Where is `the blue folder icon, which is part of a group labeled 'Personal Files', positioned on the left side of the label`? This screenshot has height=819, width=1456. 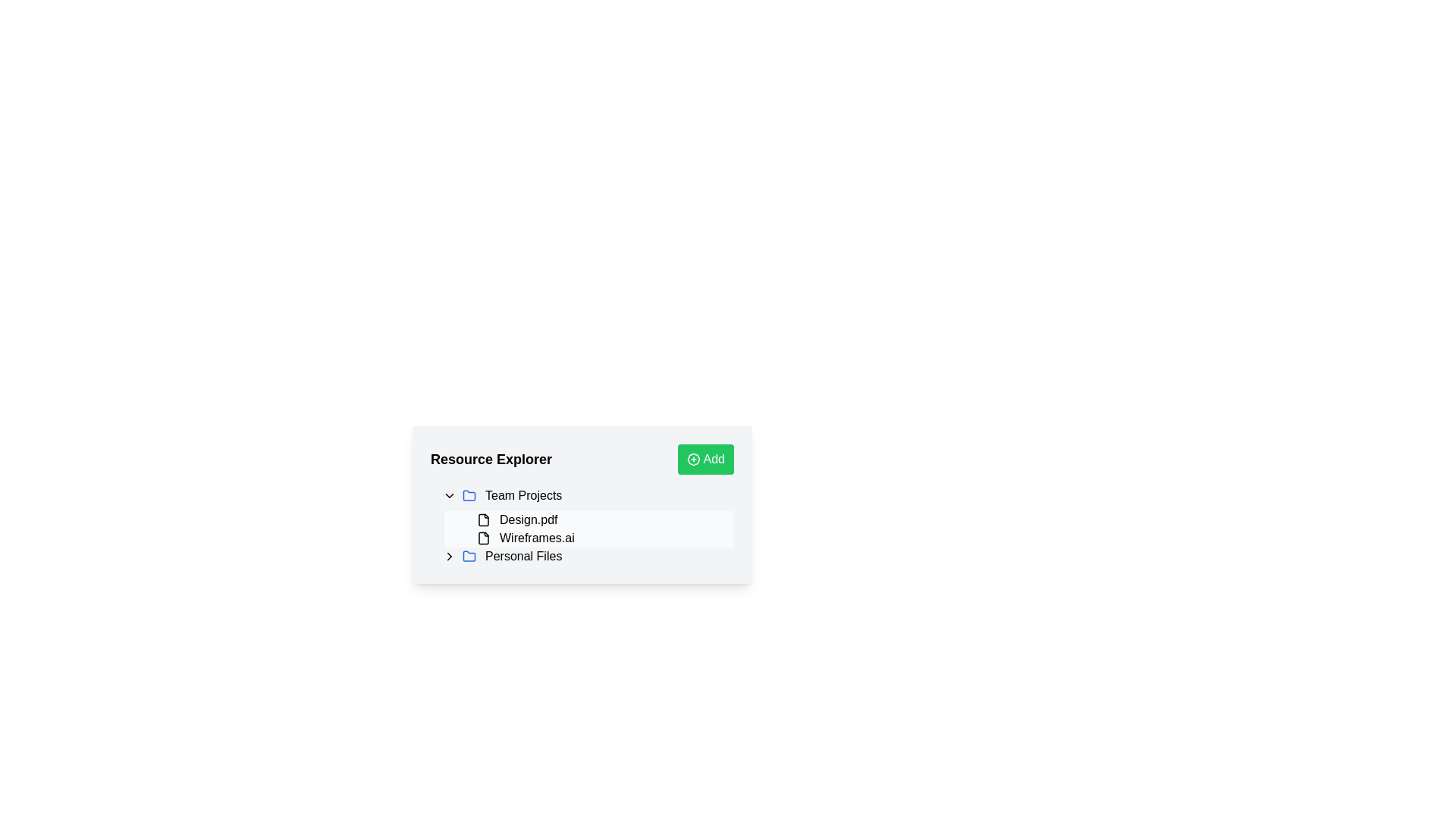 the blue folder icon, which is part of a group labeled 'Personal Files', positioned on the left side of the label is located at coordinates (469, 556).